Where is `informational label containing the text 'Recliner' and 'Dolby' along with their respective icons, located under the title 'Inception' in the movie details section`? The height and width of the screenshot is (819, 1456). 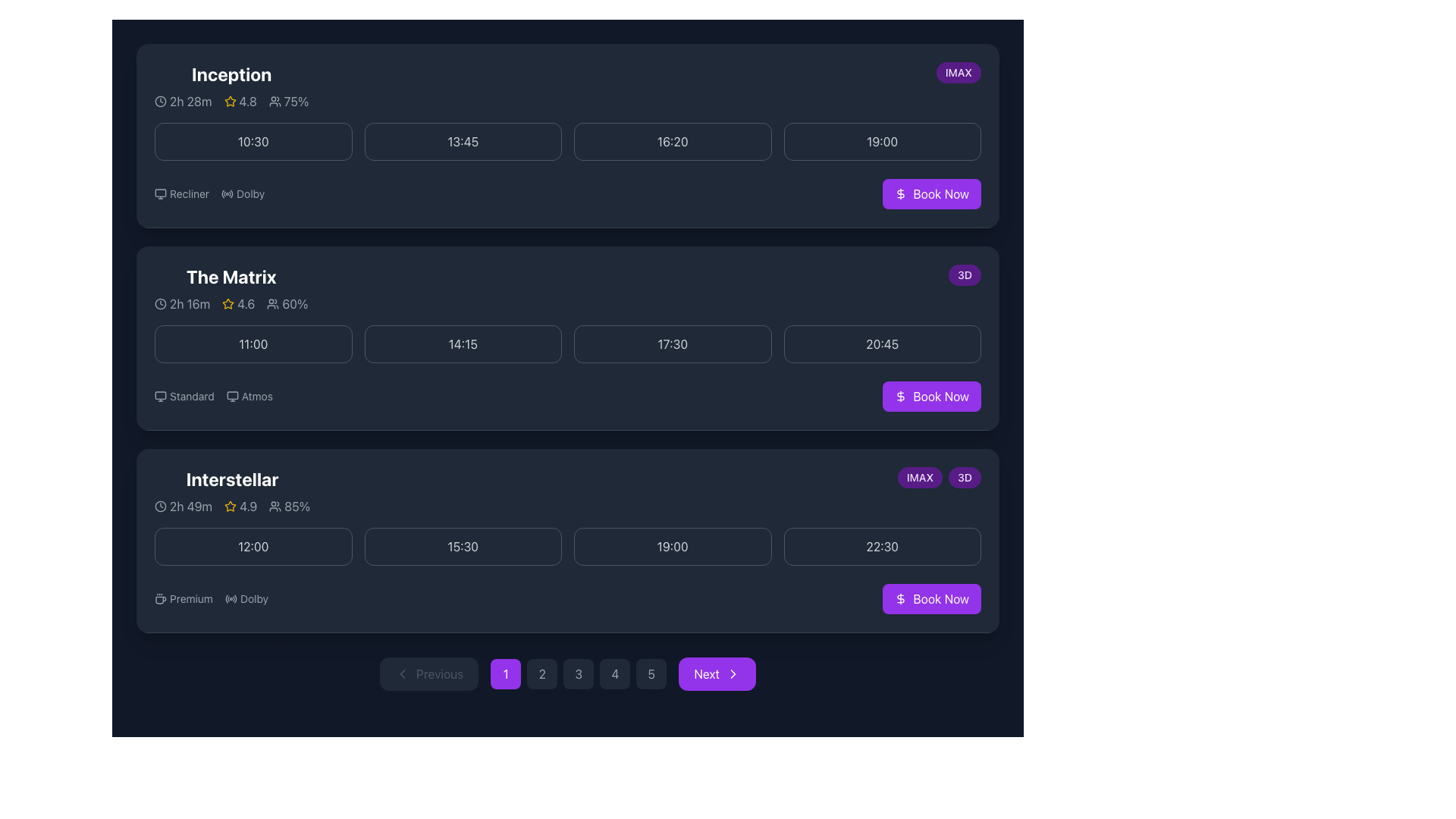 informational label containing the text 'Recliner' and 'Dolby' along with their respective icons, located under the title 'Inception' in the movie details section is located at coordinates (209, 193).